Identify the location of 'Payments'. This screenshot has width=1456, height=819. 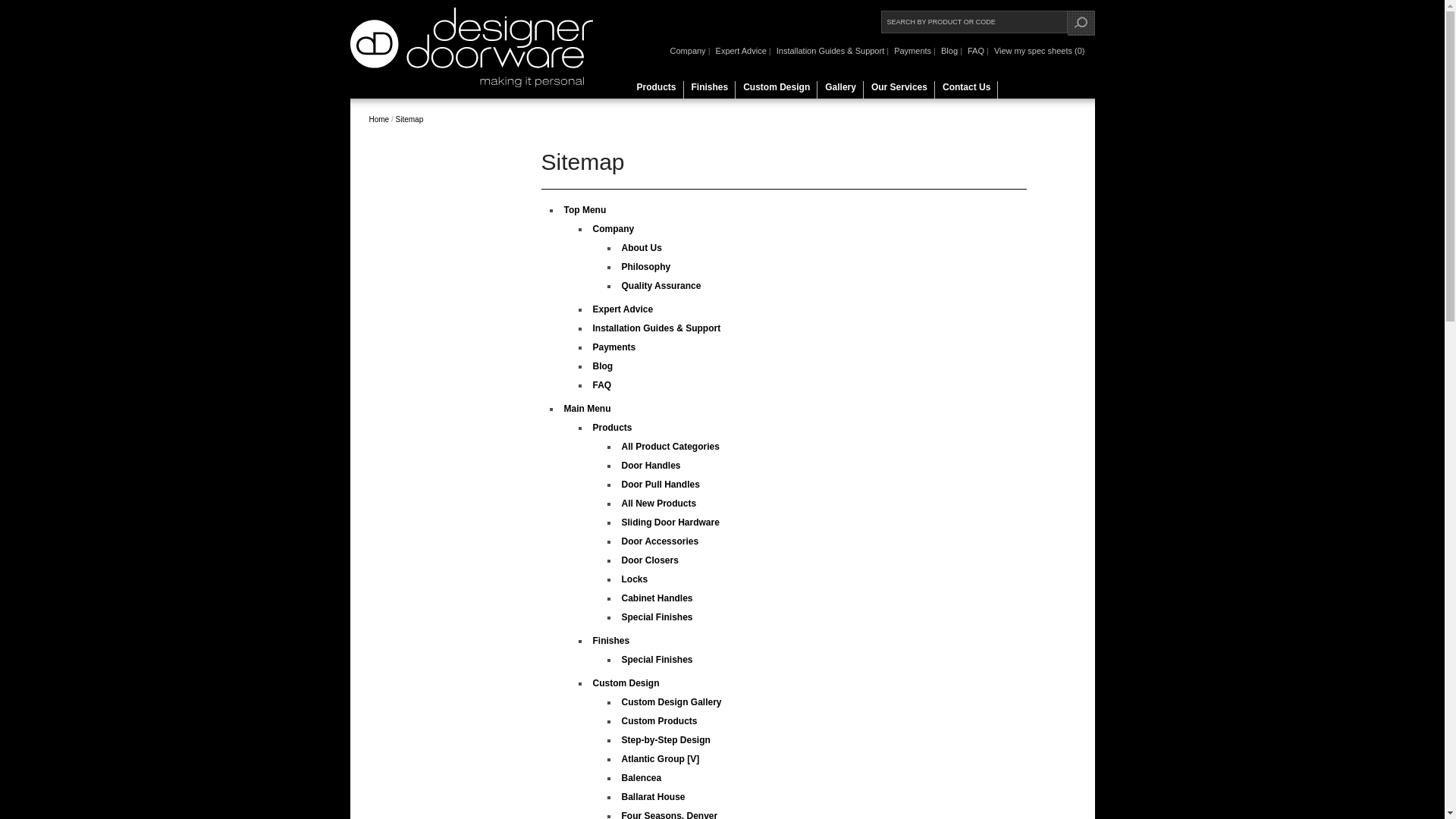
(592, 347).